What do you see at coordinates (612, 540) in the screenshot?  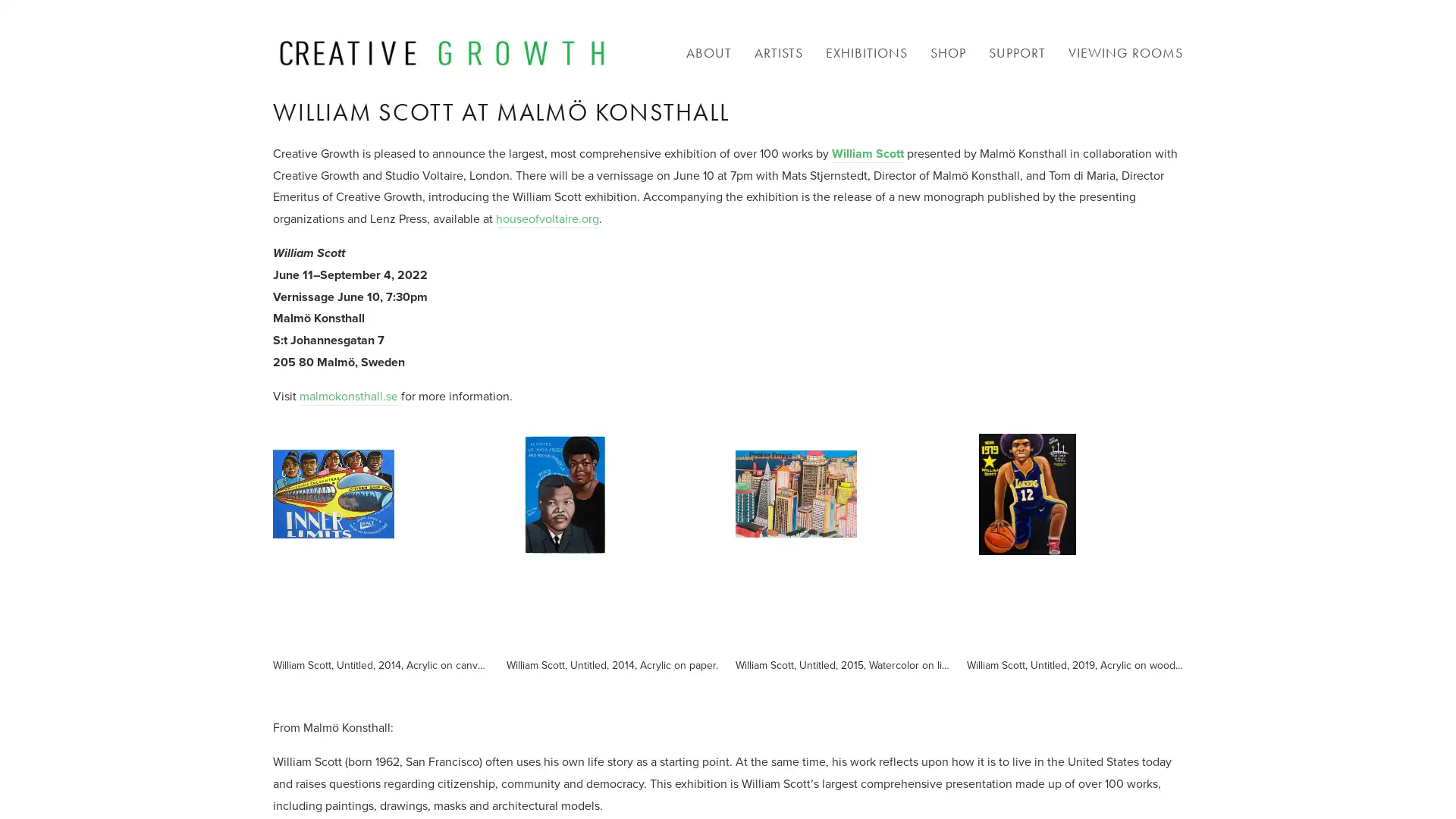 I see `View fullsize William Scott, Untitled, 2014, Acrylic on paper.` at bounding box center [612, 540].